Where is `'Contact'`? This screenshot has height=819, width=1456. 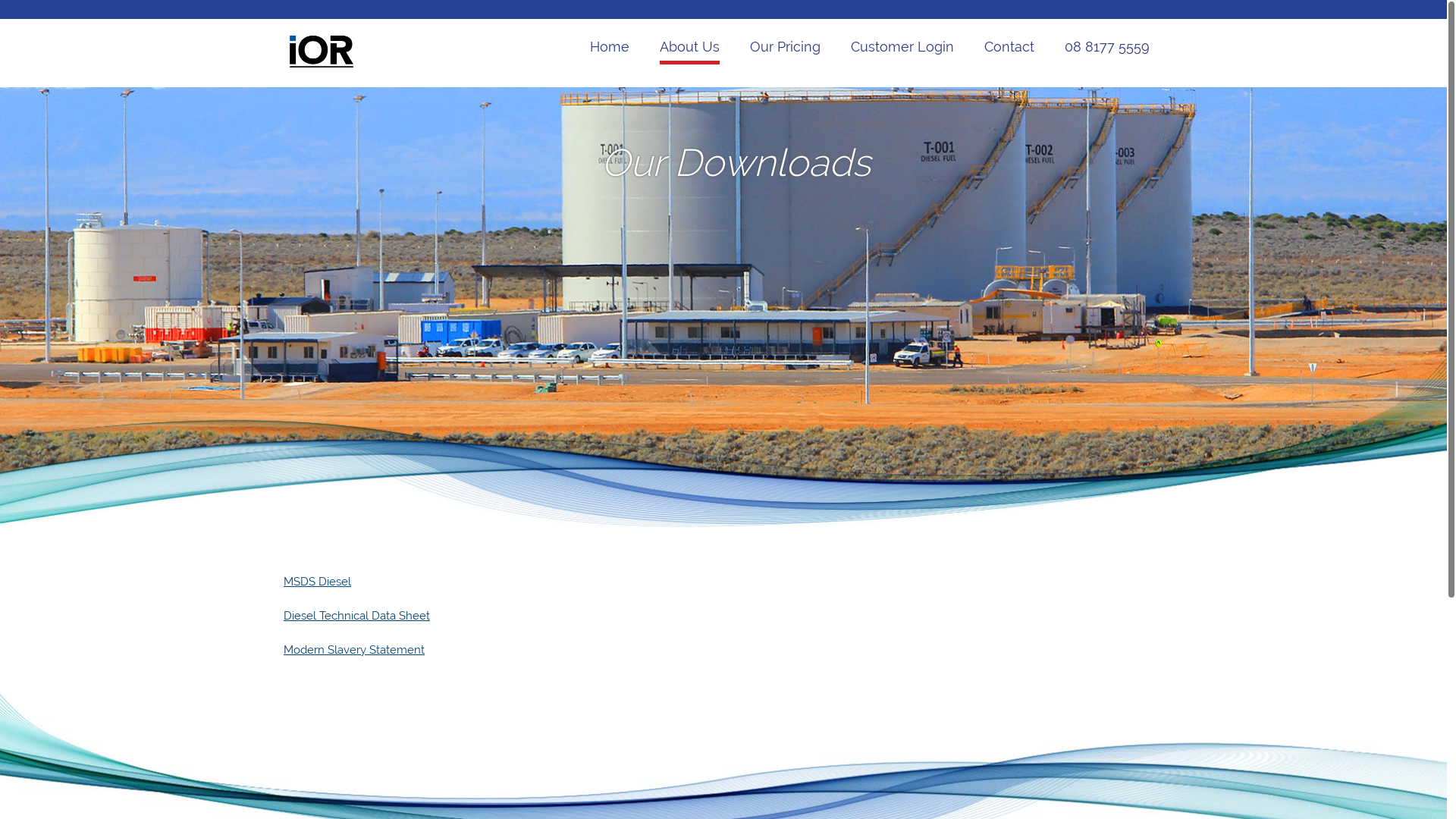
'Contact' is located at coordinates (984, 48).